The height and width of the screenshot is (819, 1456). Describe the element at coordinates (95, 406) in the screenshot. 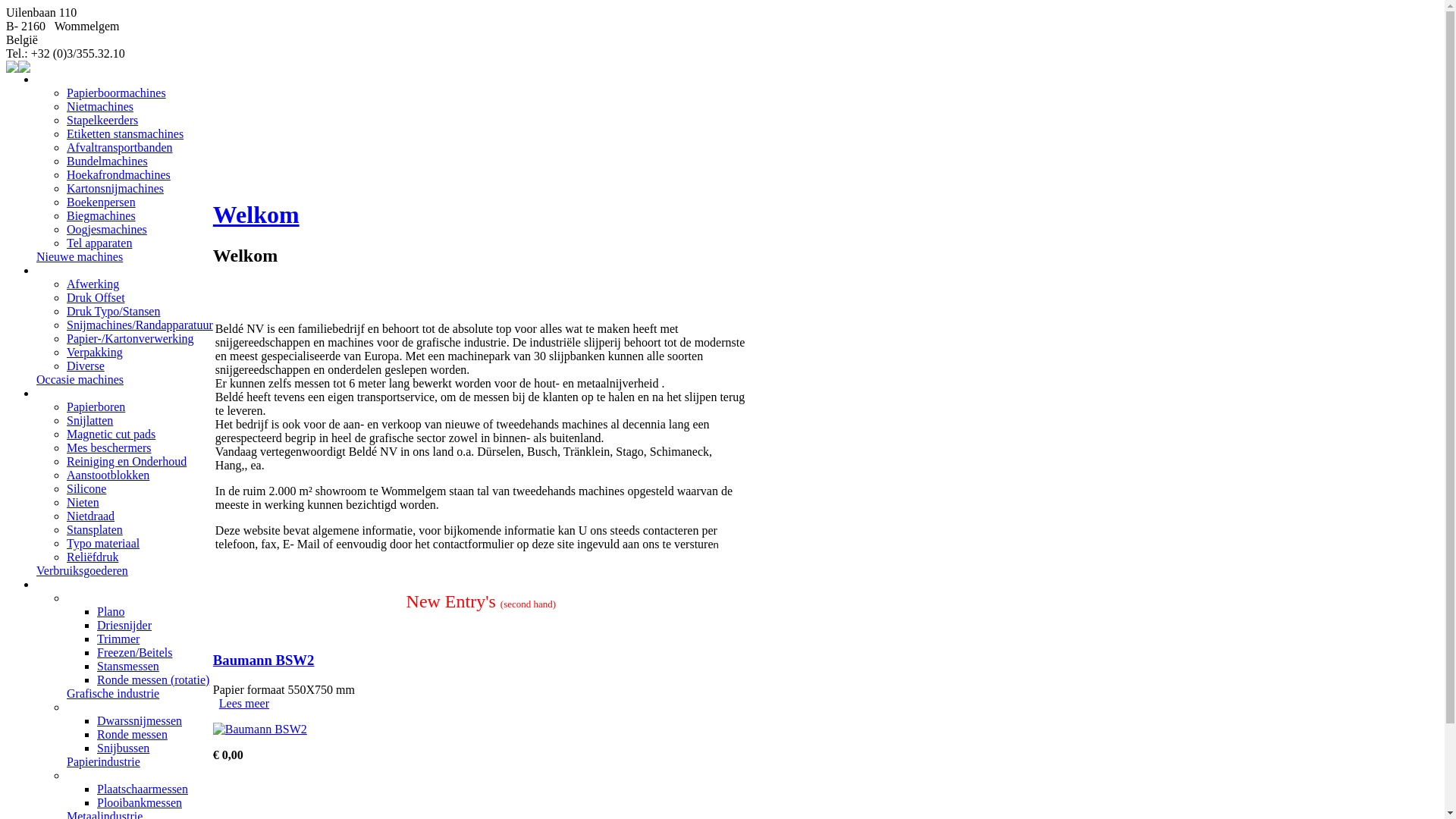

I see `'Papierboren'` at that location.